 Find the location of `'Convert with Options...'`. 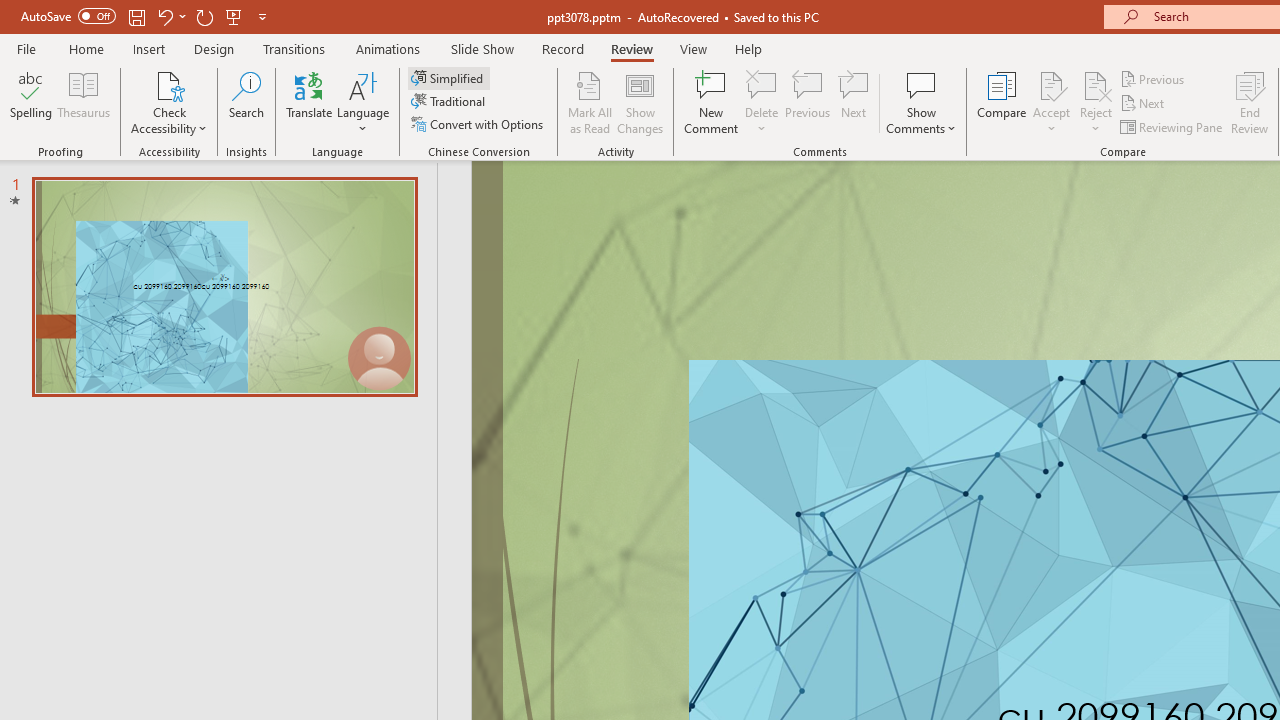

'Convert with Options...' is located at coordinates (478, 124).